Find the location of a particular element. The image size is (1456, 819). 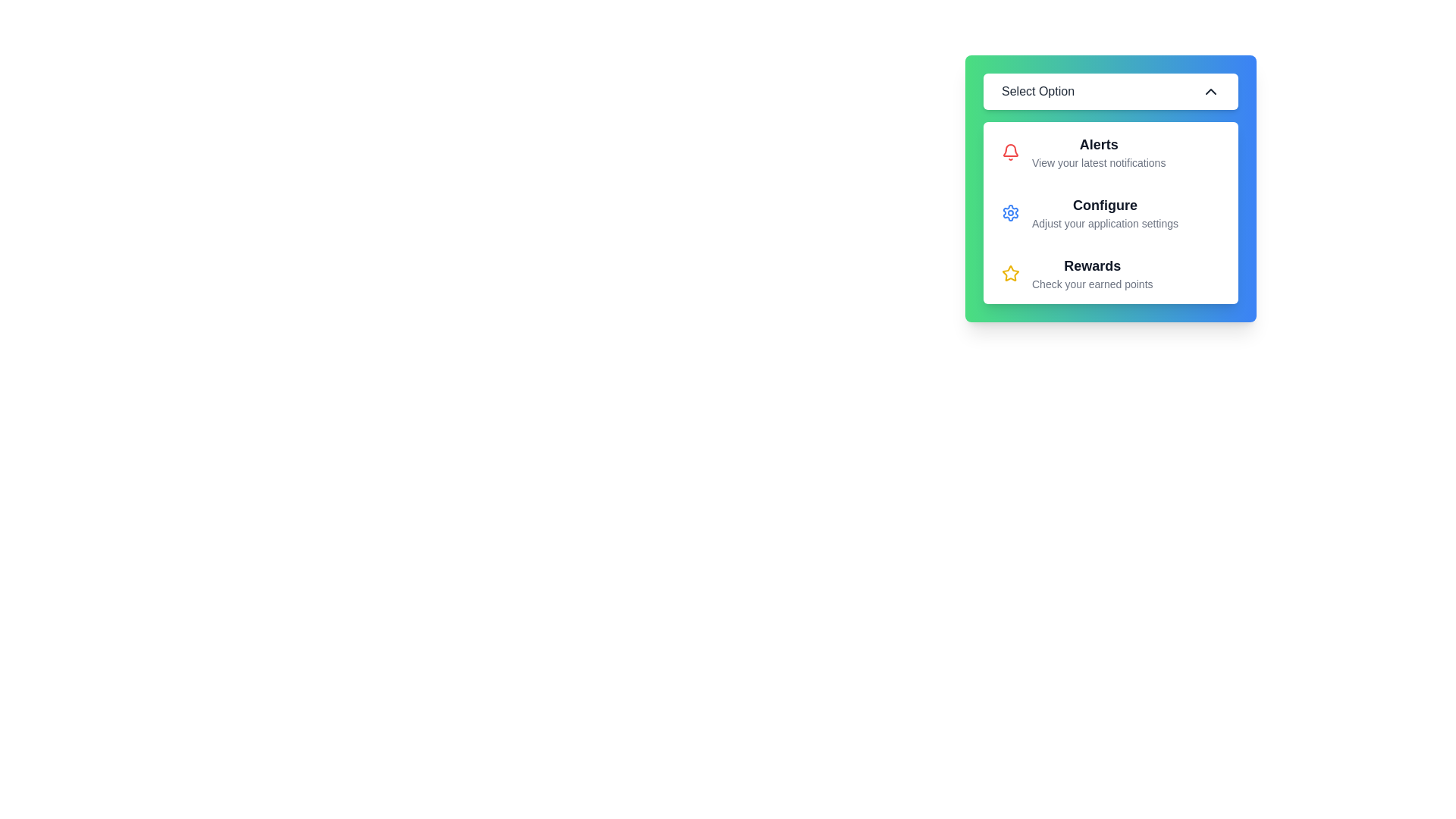

the configuration settings icon located at the upper right corner of the dropdown options box is located at coordinates (1011, 213).